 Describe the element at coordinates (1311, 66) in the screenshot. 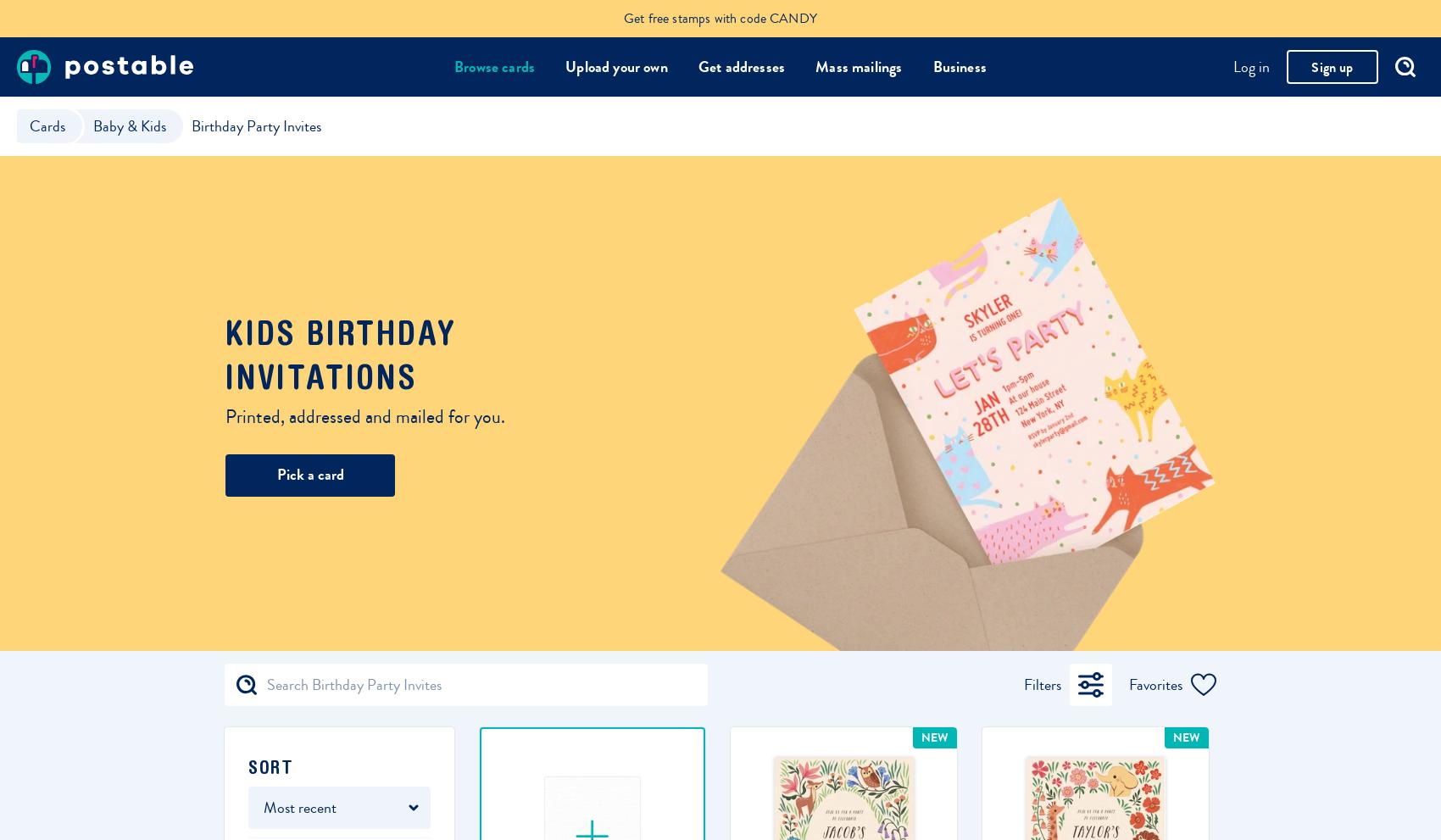

I see `'Sign up'` at that location.